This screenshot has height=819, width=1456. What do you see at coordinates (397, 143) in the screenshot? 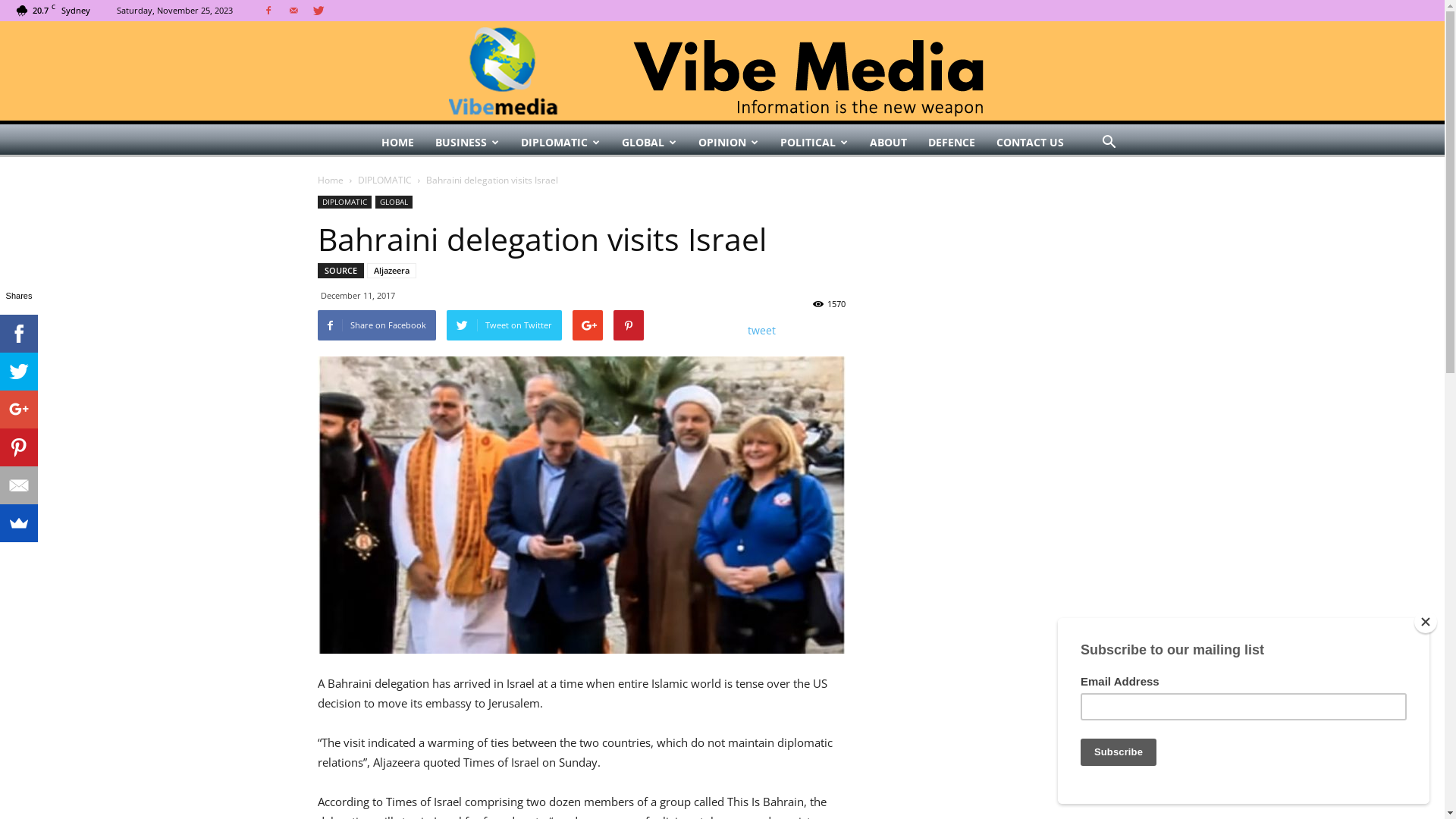
I see `'HOME'` at bounding box center [397, 143].